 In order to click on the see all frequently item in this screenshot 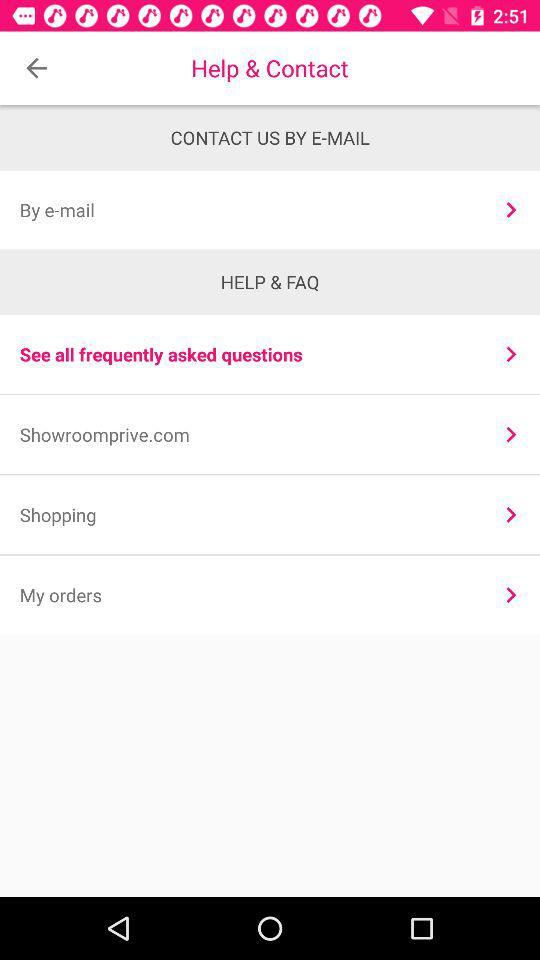, I will do `click(247, 354)`.